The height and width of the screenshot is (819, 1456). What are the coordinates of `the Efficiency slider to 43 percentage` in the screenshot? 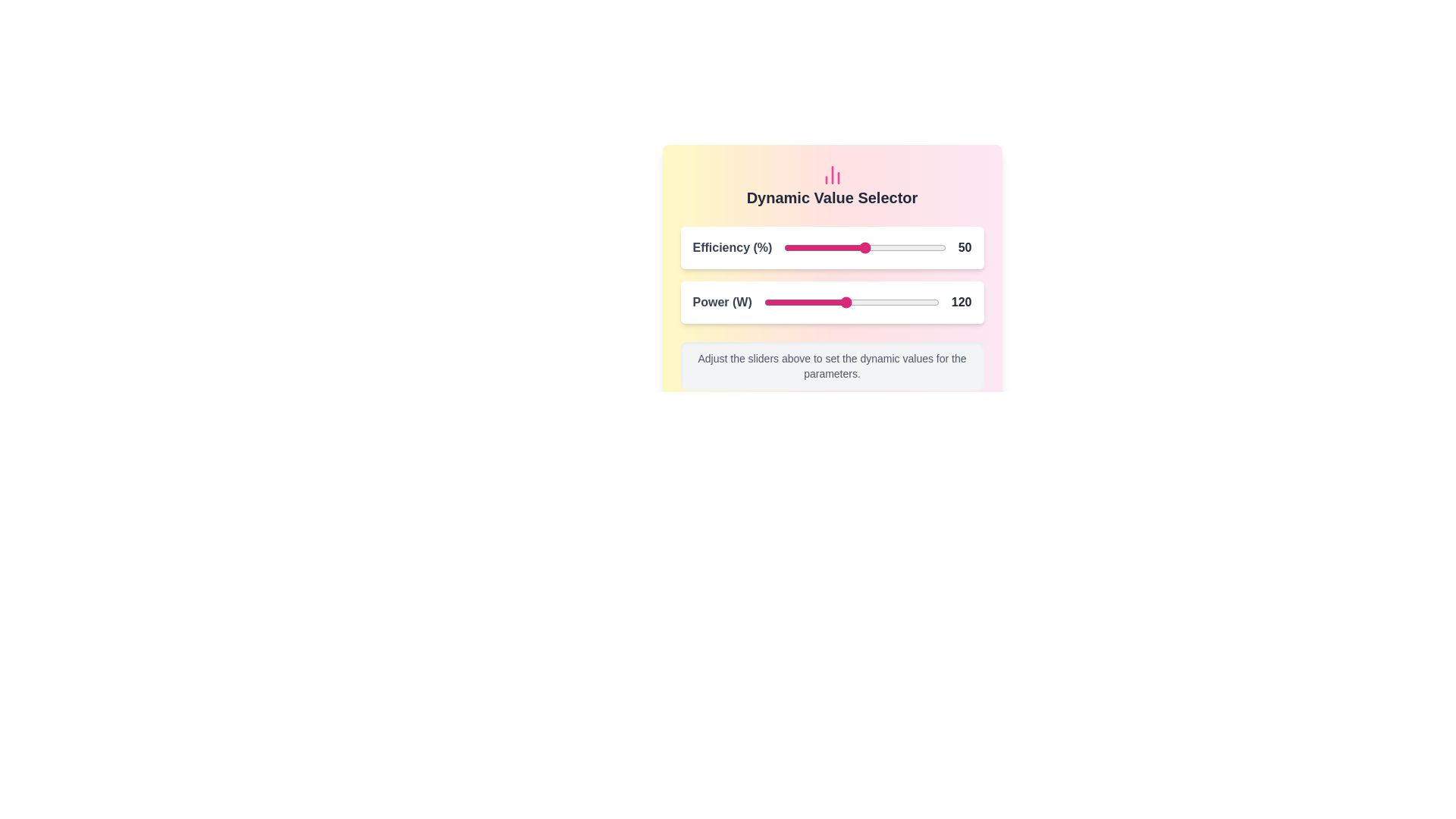 It's located at (854, 247).